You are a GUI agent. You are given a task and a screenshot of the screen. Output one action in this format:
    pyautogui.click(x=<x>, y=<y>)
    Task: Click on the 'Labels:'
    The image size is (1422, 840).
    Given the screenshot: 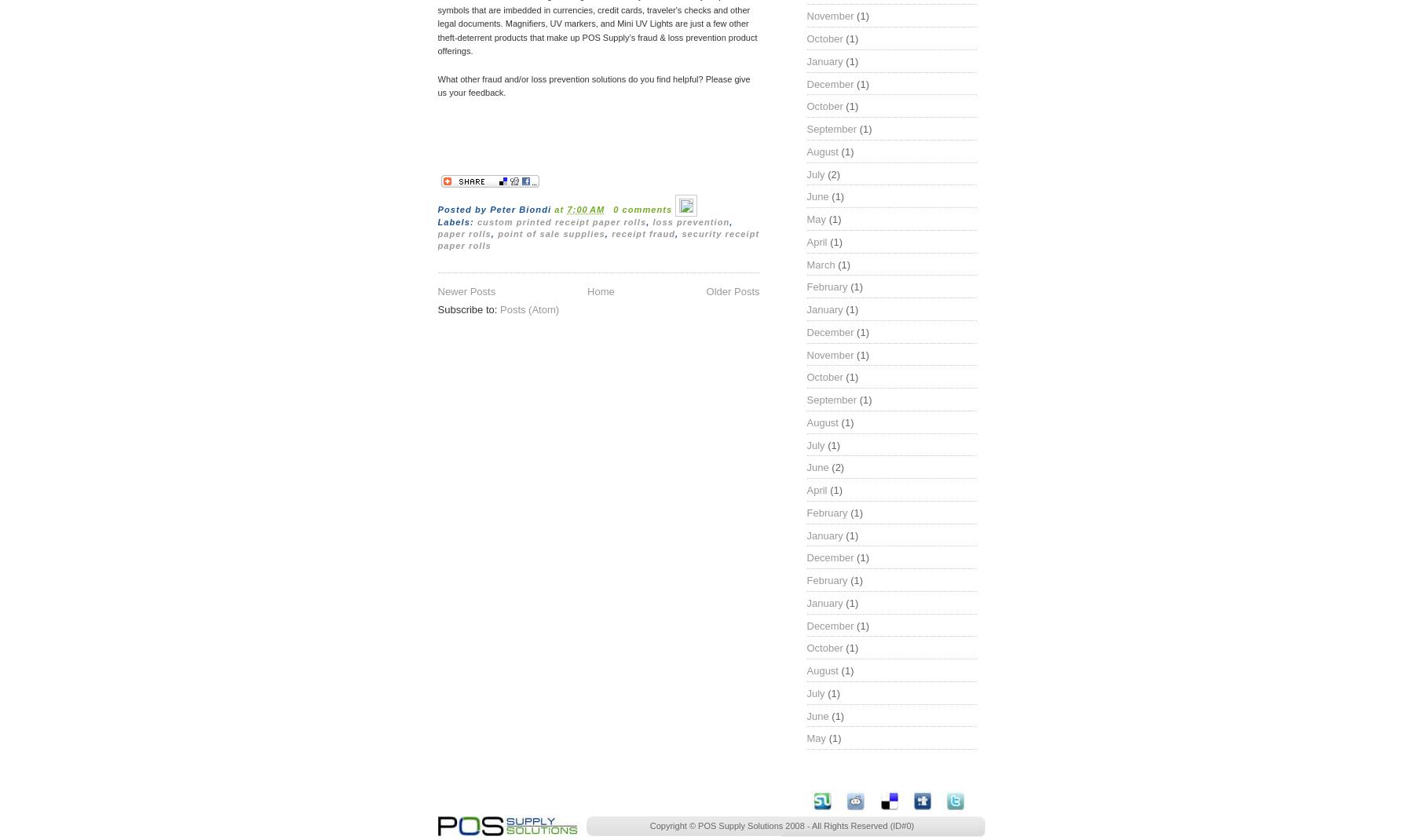 What is the action you would take?
    pyautogui.click(x=437, y=221)
    